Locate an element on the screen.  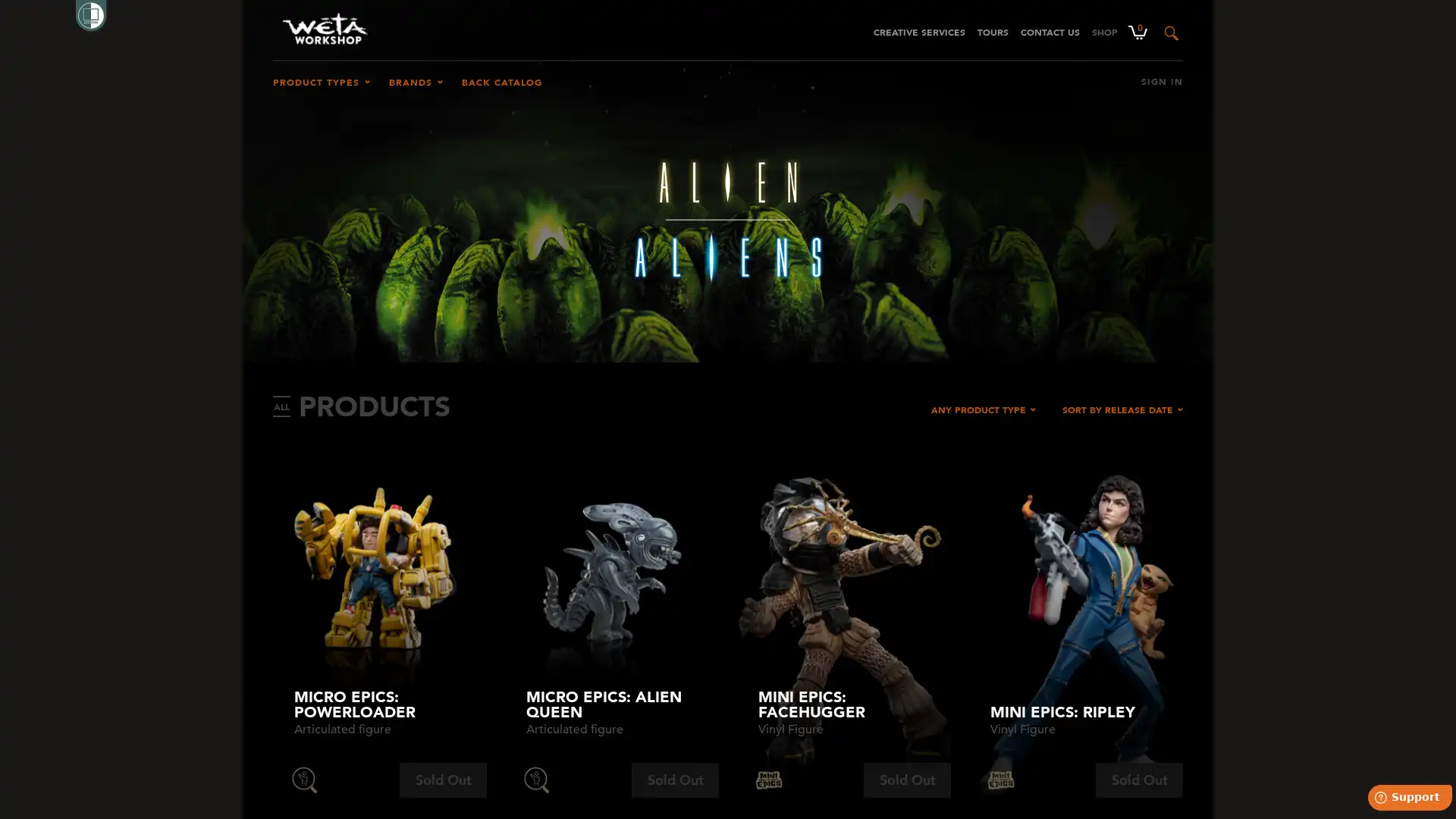
Sold Out is located at coordinates (674, 780).